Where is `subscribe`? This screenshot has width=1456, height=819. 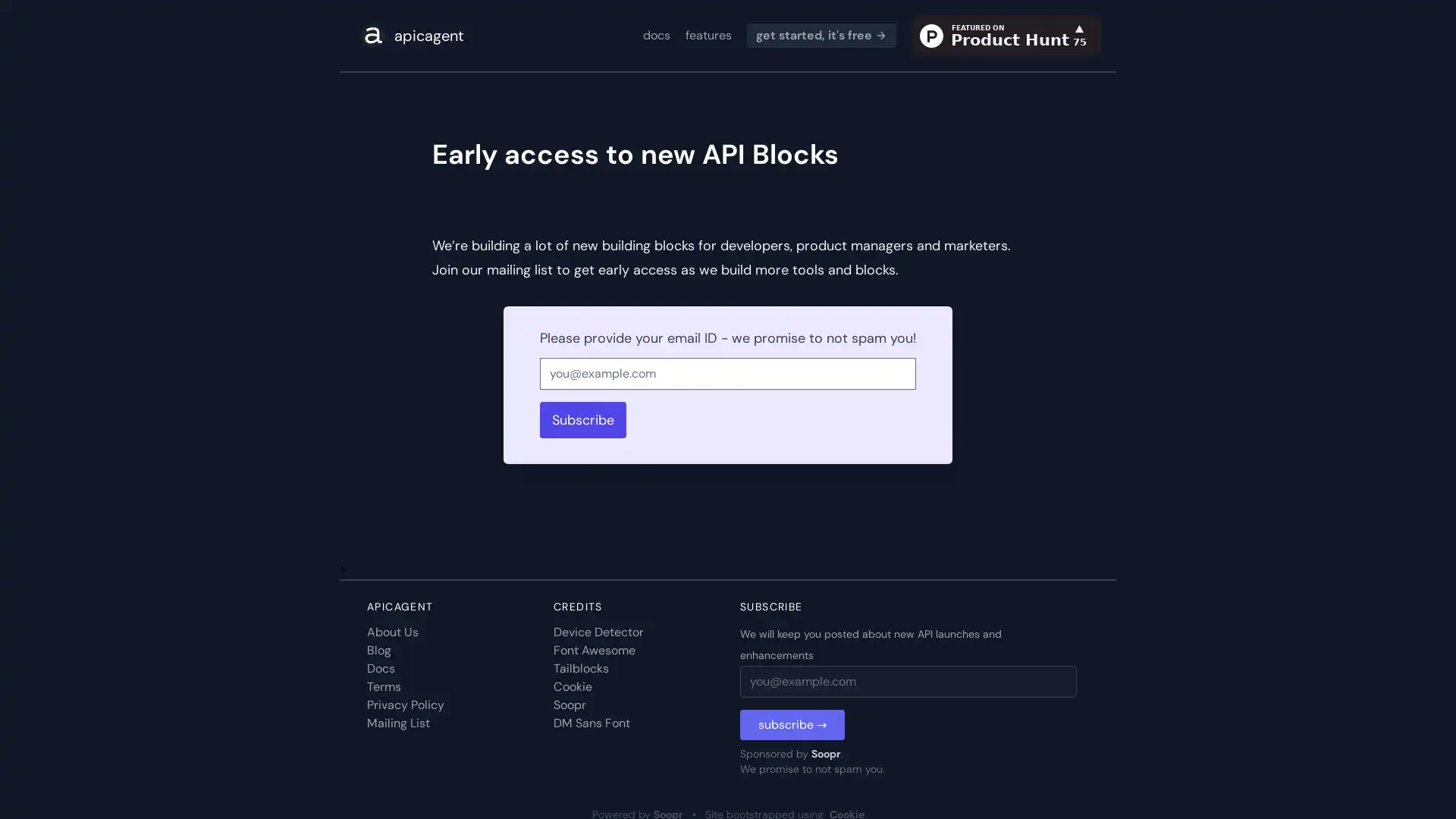
subscribe is located at coordinates (792, 724).